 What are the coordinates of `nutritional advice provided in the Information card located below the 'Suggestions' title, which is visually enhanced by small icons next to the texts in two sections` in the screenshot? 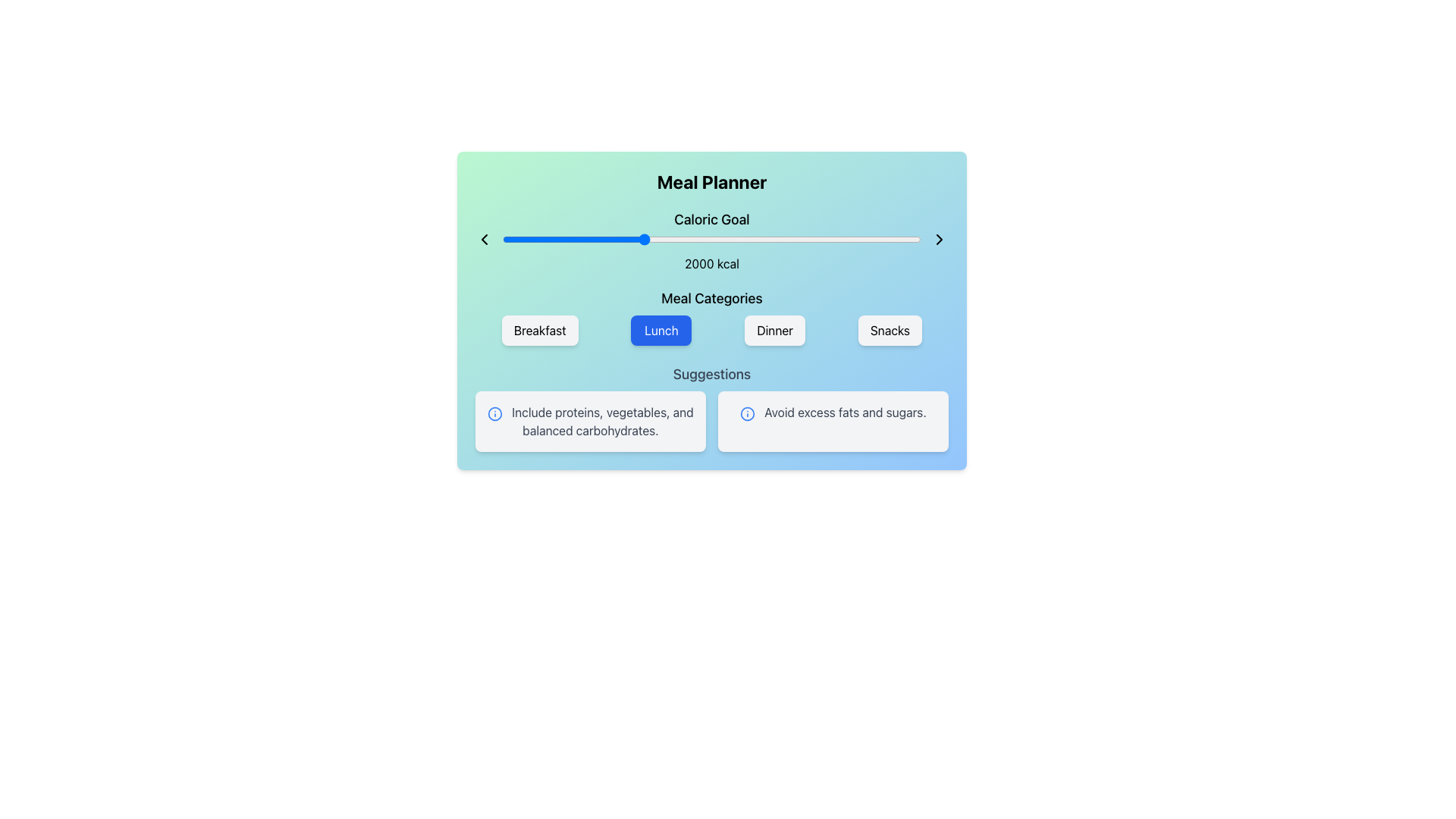 It's located at (711, 421).